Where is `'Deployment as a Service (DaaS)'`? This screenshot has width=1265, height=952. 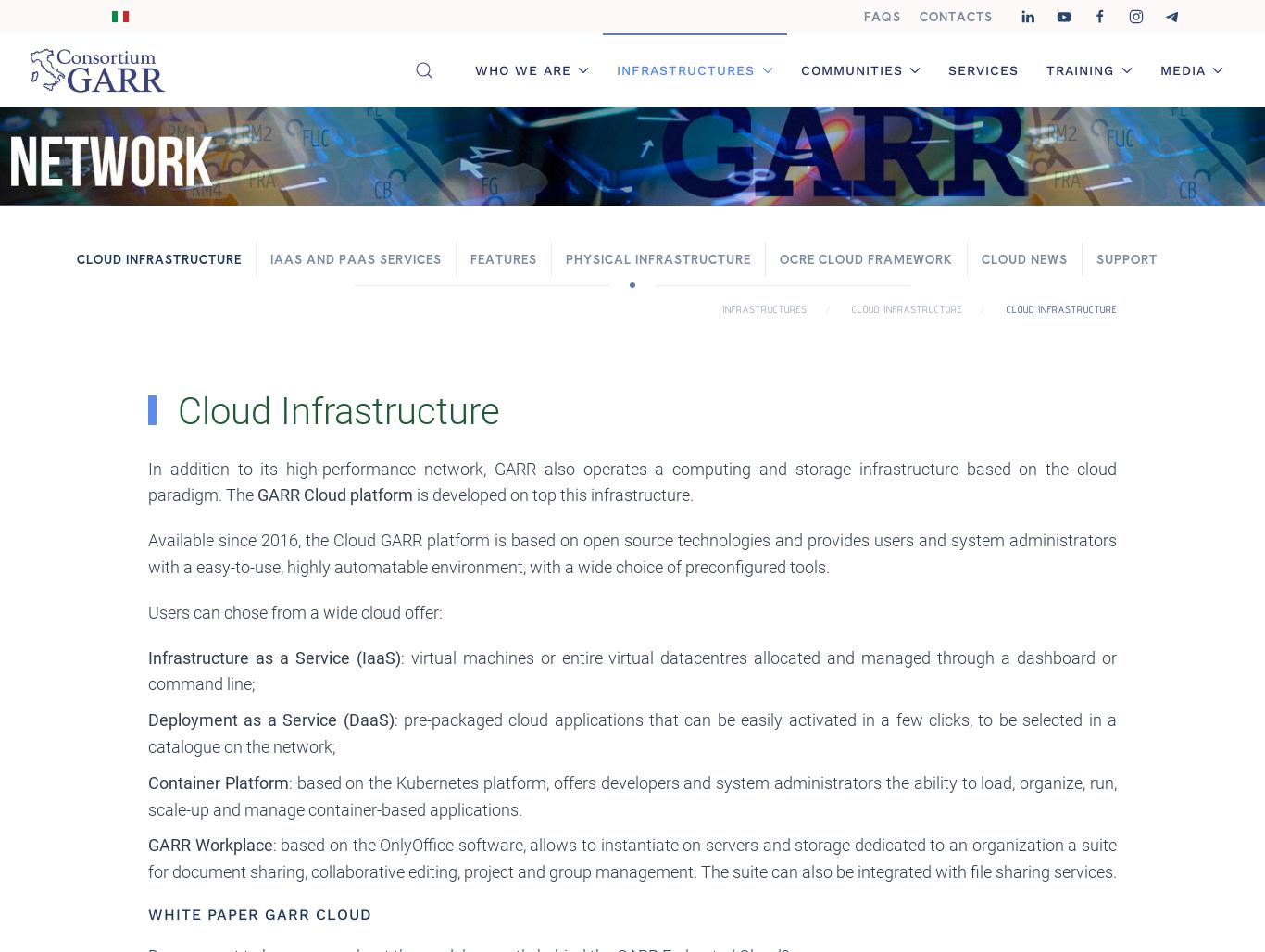 'Deployment as a Service (DaaS)' is located at coordinates (270, 720).